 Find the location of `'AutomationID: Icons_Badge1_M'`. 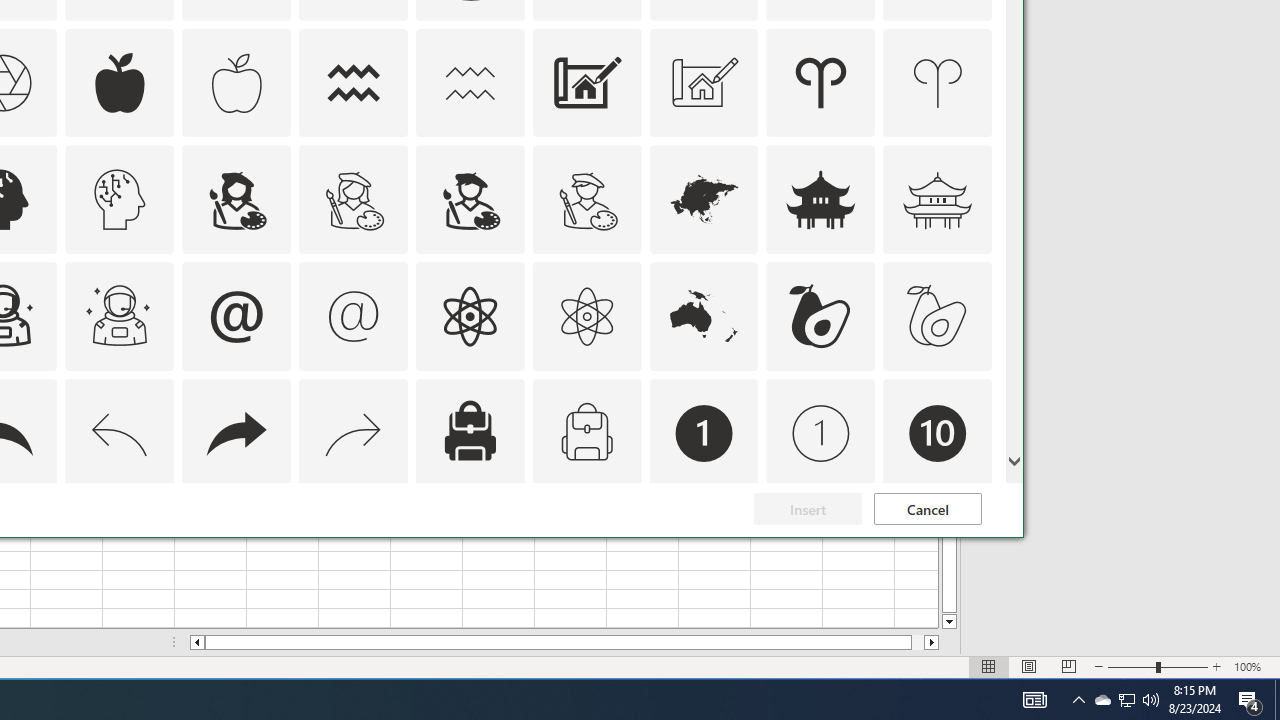

'AutomationID: Icons_Badge1_M' is located at coordinates (821, 433).